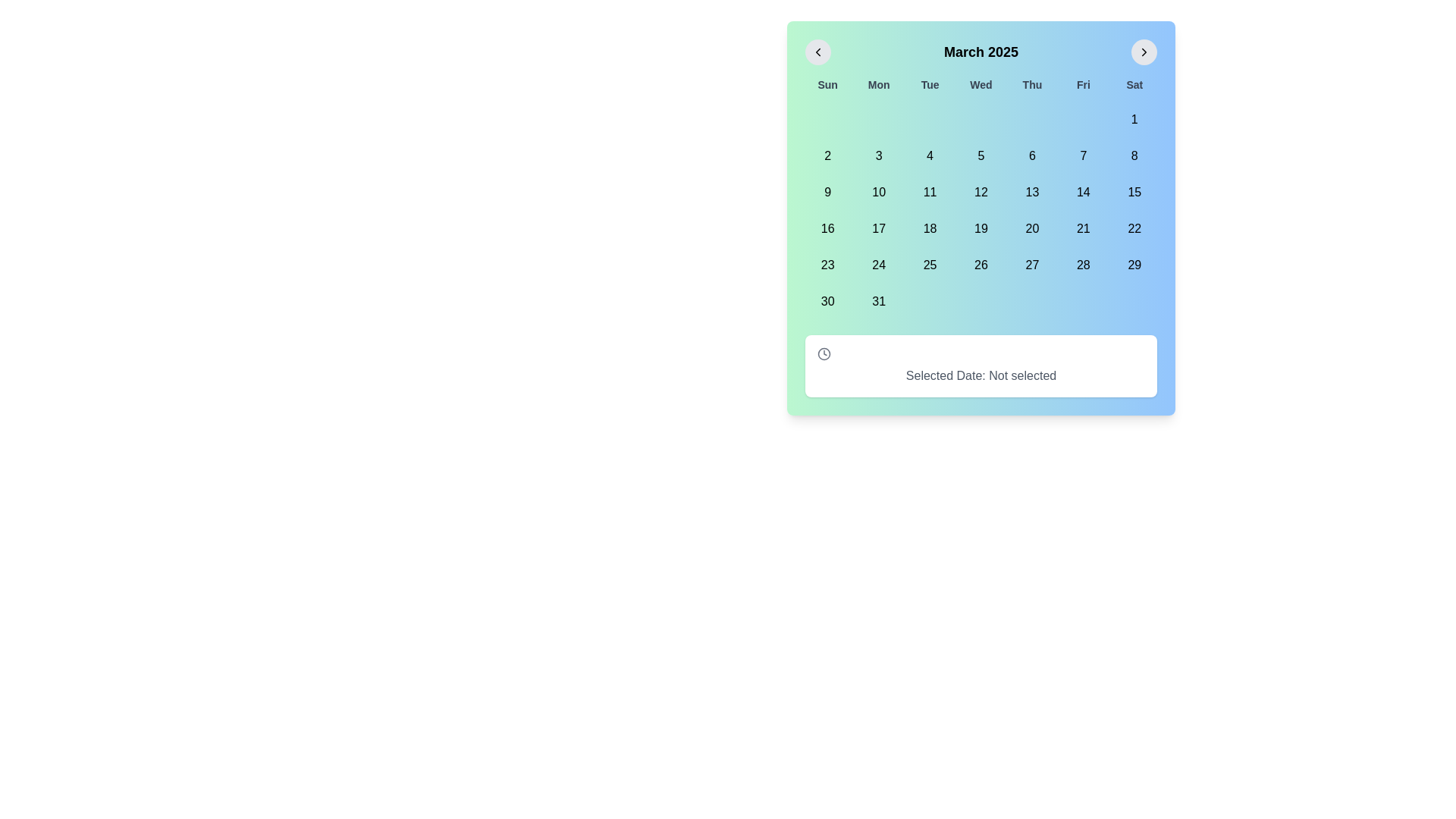 This screenshot has height=819, width=1456. What do you see at coordinates (1144, 52) in the screenshot?
I see `the right-facing Chevron icon button located in the top-right corner of the calendar interface, adjacent to the title 'March 2025', for navigation purposes` at bounding box center [1144, 52].